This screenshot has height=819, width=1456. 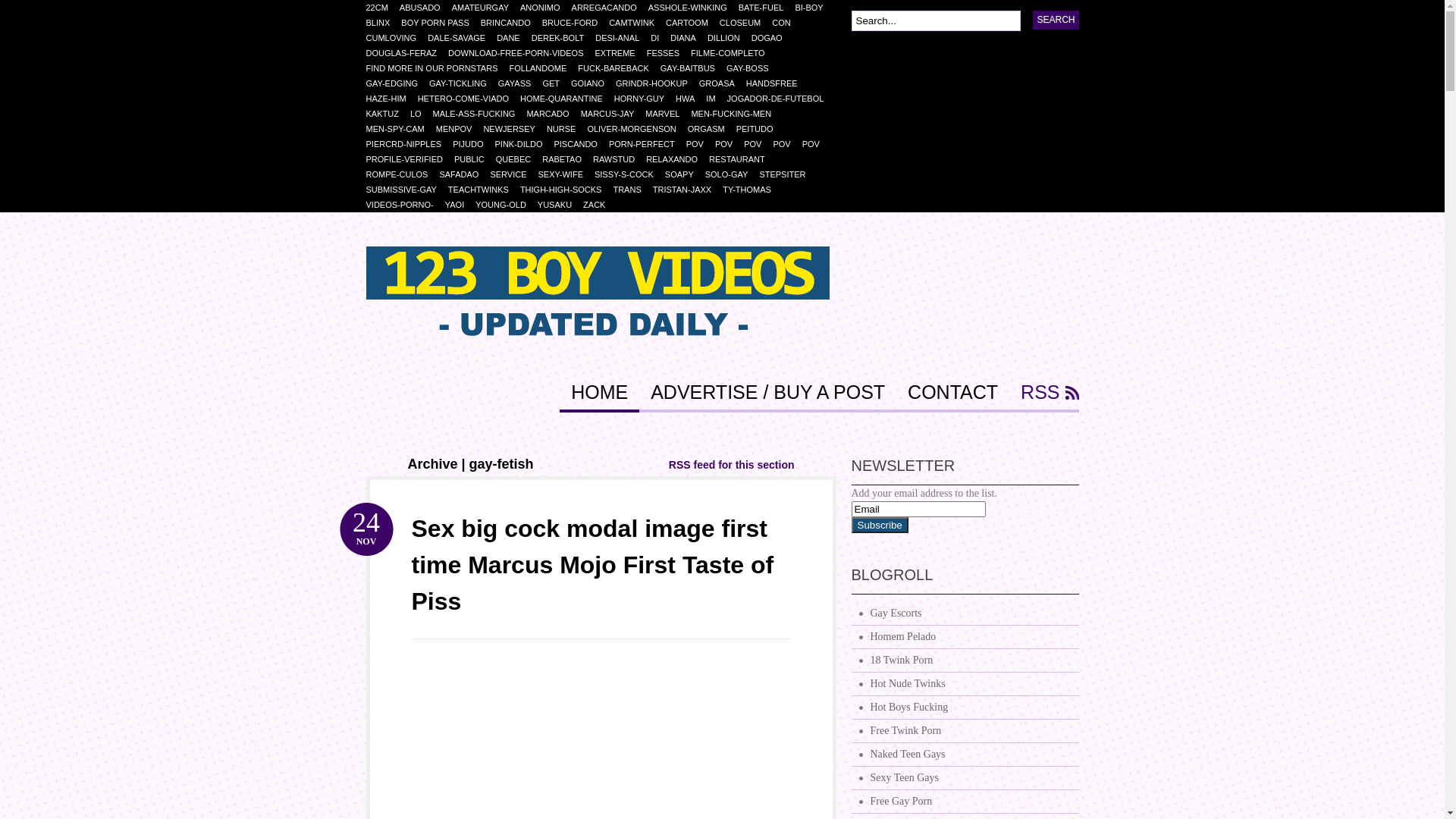 I want to click on 'POV', so click(x=743, y=143).